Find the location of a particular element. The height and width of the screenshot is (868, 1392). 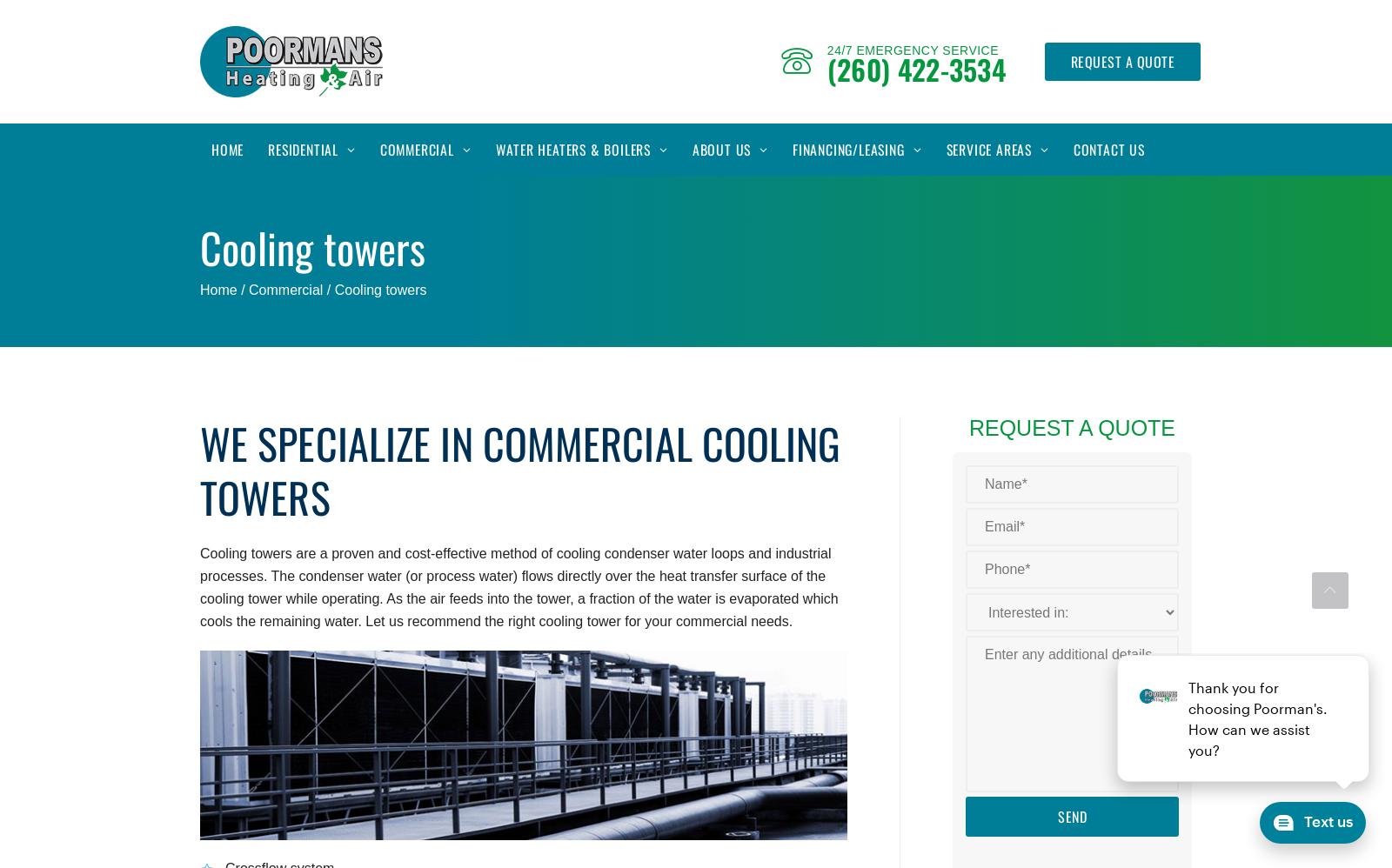

'Auburn, IN' is located at coordinates (963, 284).